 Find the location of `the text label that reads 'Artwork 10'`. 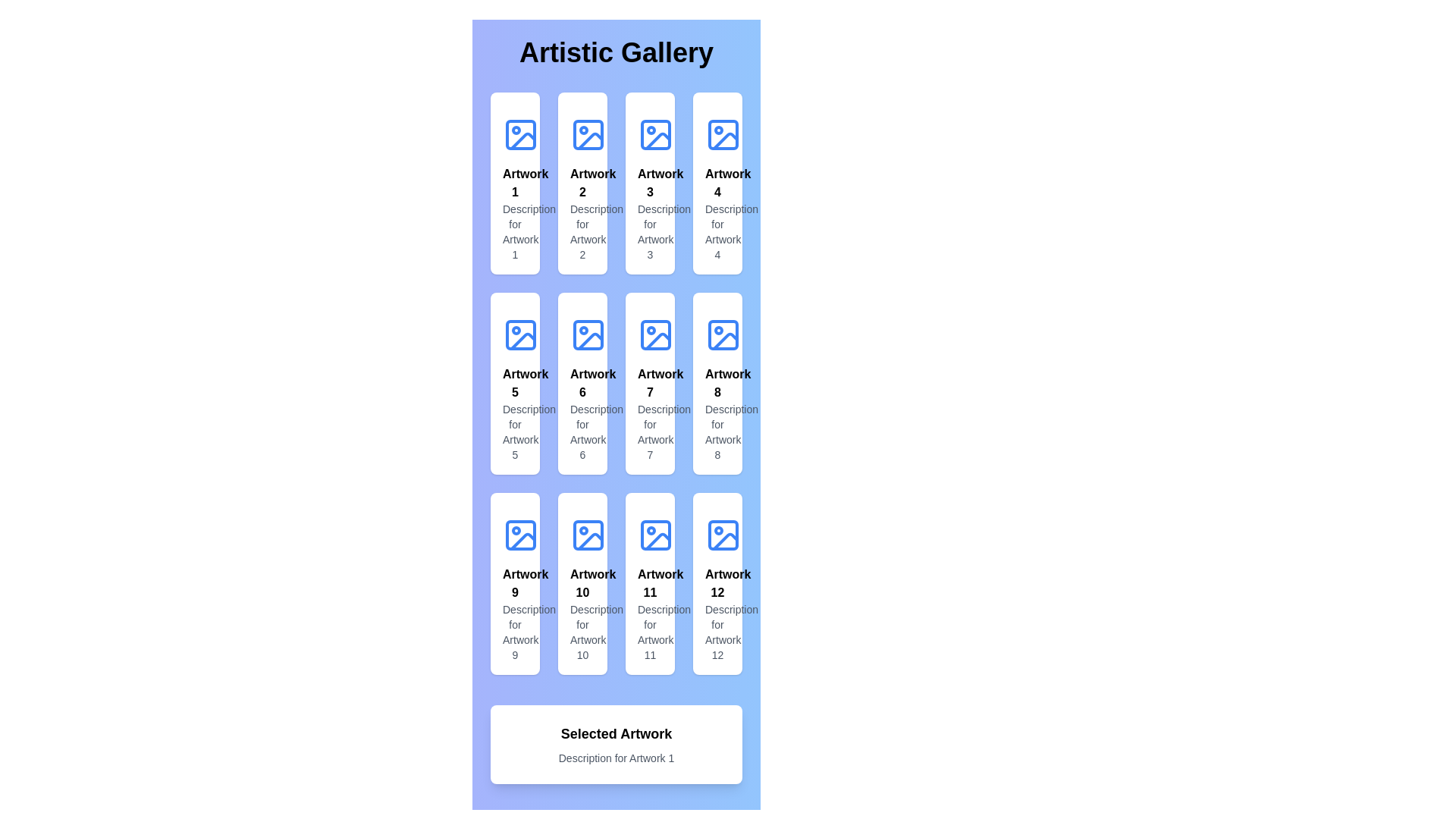

the text label that reads 'Artwork 10' is located at coordinates (582, 583).